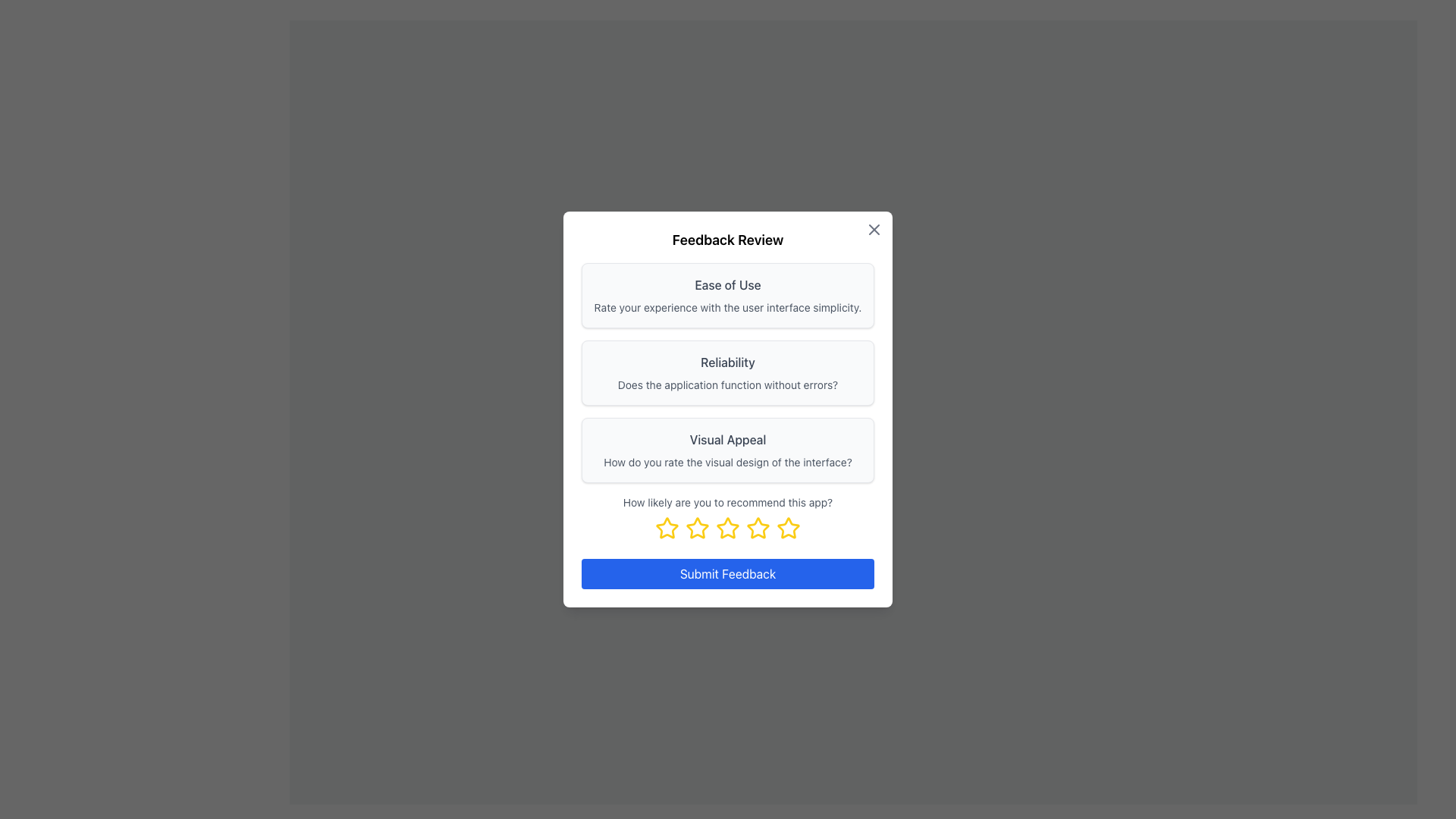 Image resolution: width=1456 pixels, height=819 pixels. What do you see at coordinates (728, 503) in the screenshot?
I see `contextual text label located in the central modal window, positioned directly above the rating stars` at bounding box center [728, 503].